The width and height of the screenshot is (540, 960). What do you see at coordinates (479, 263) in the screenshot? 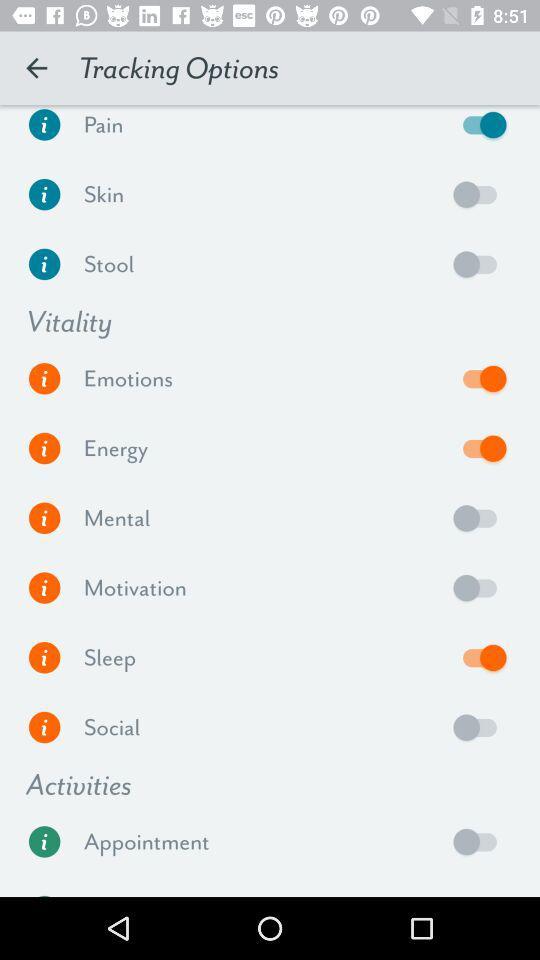
I see `activate stool` at bounding box center [479, 263].